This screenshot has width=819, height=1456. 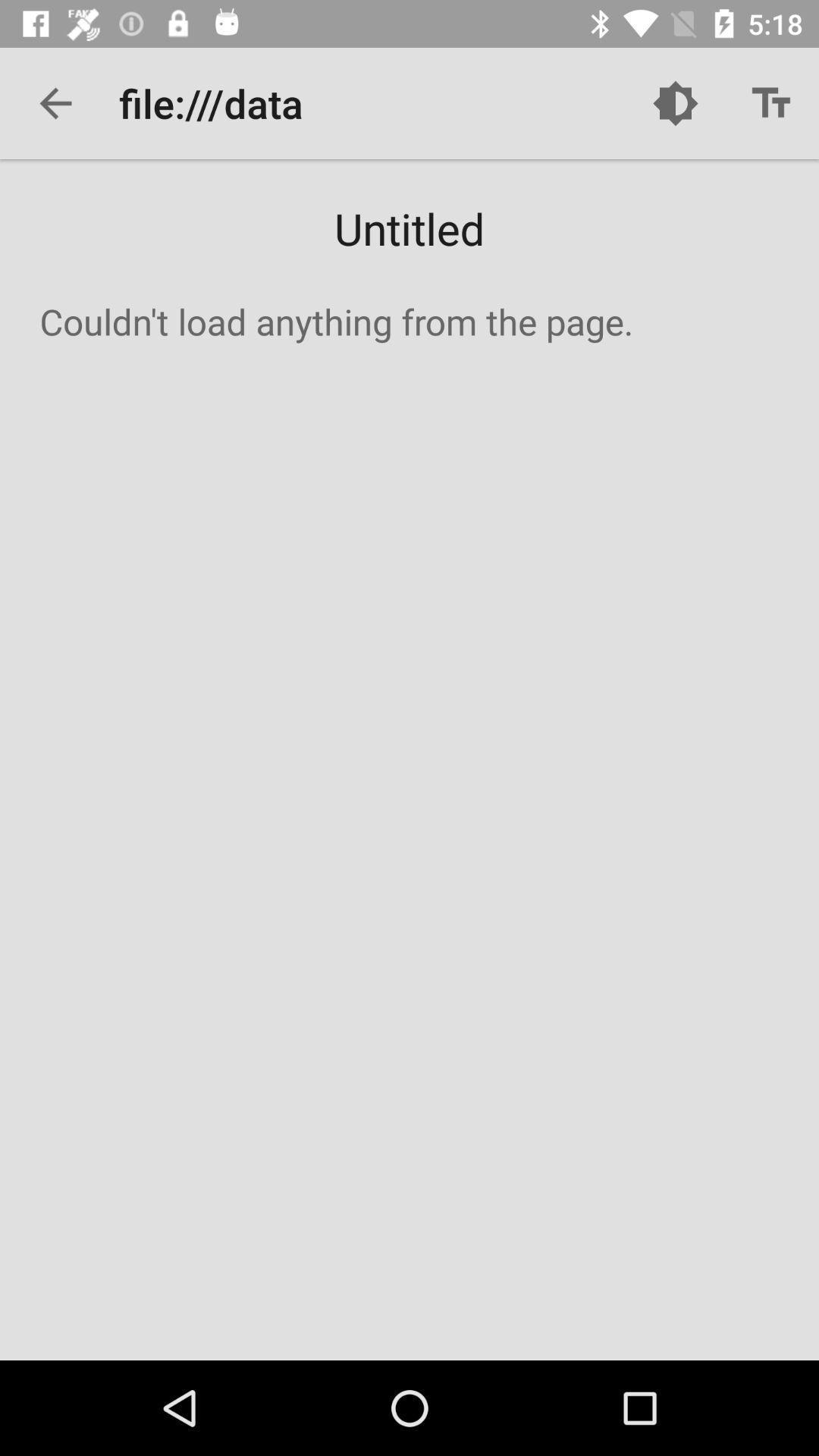 I want to click on icon above untitled item, so click(x=771, y=102).